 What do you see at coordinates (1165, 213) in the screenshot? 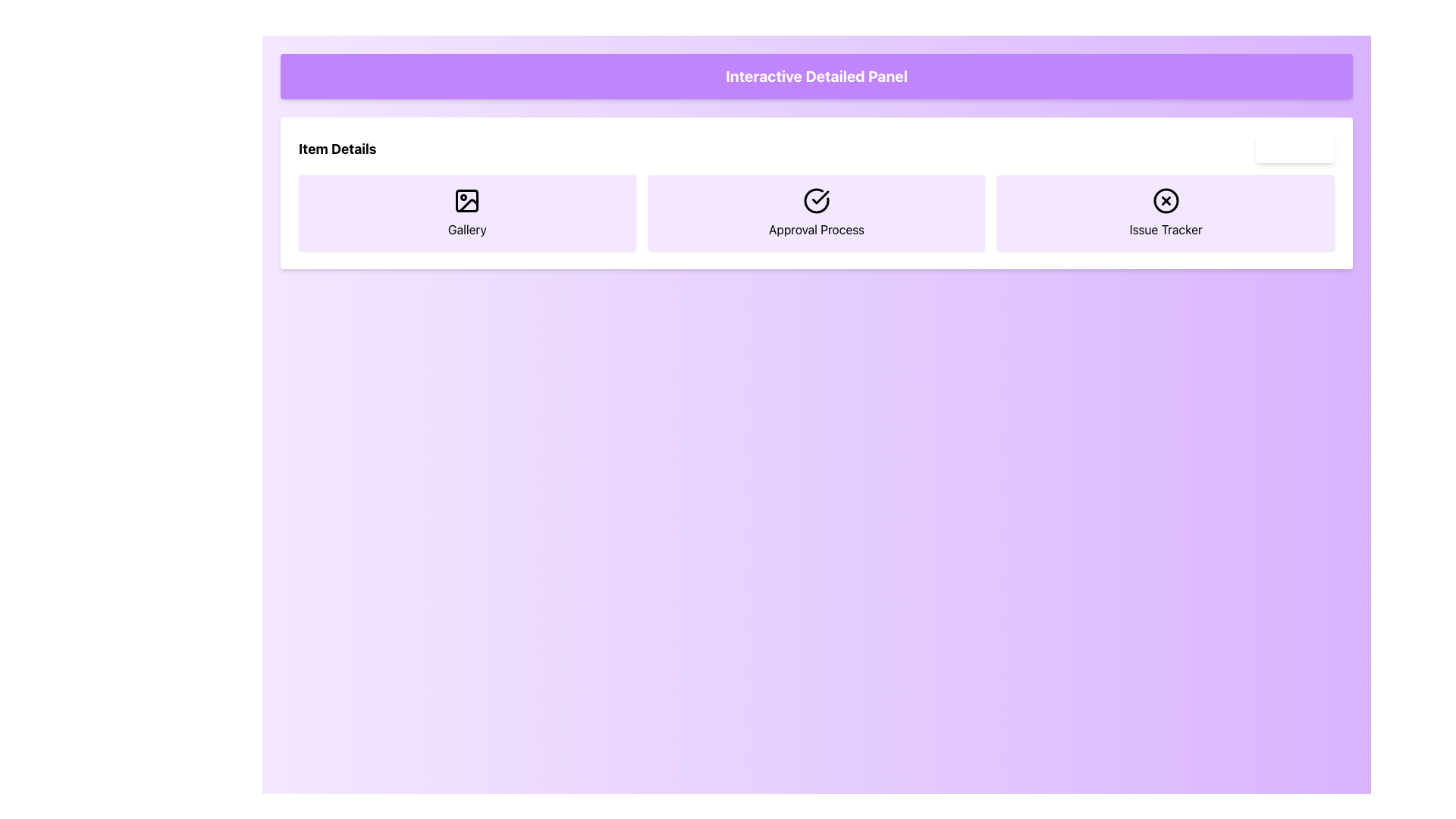
I see `the Button-like card labeled 'Issue Tracker' with a light purple background and circular icon featuring a cross, which is the rightmost card in a set of three` at bounding box center [1165, 213].